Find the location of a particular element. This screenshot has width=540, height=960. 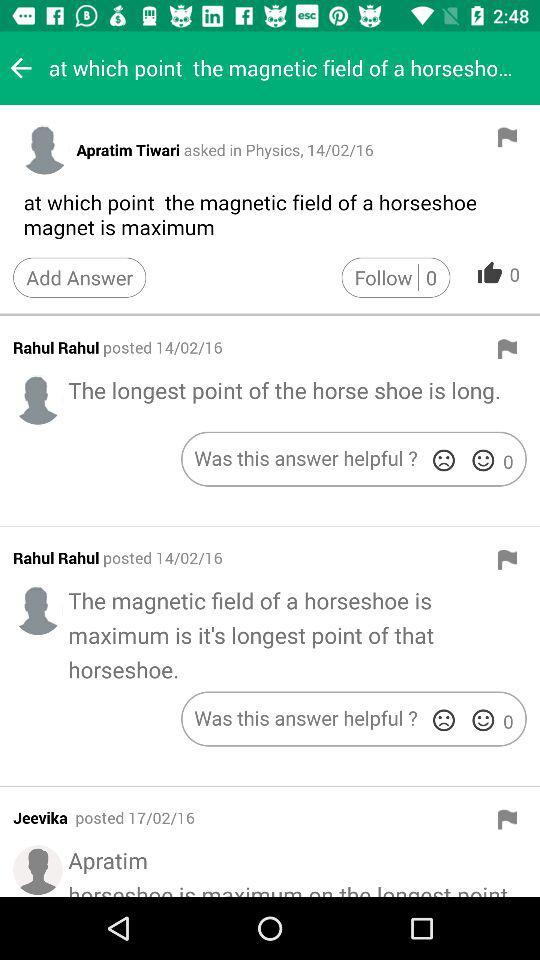

see profile is located at coordinates (44, 148).